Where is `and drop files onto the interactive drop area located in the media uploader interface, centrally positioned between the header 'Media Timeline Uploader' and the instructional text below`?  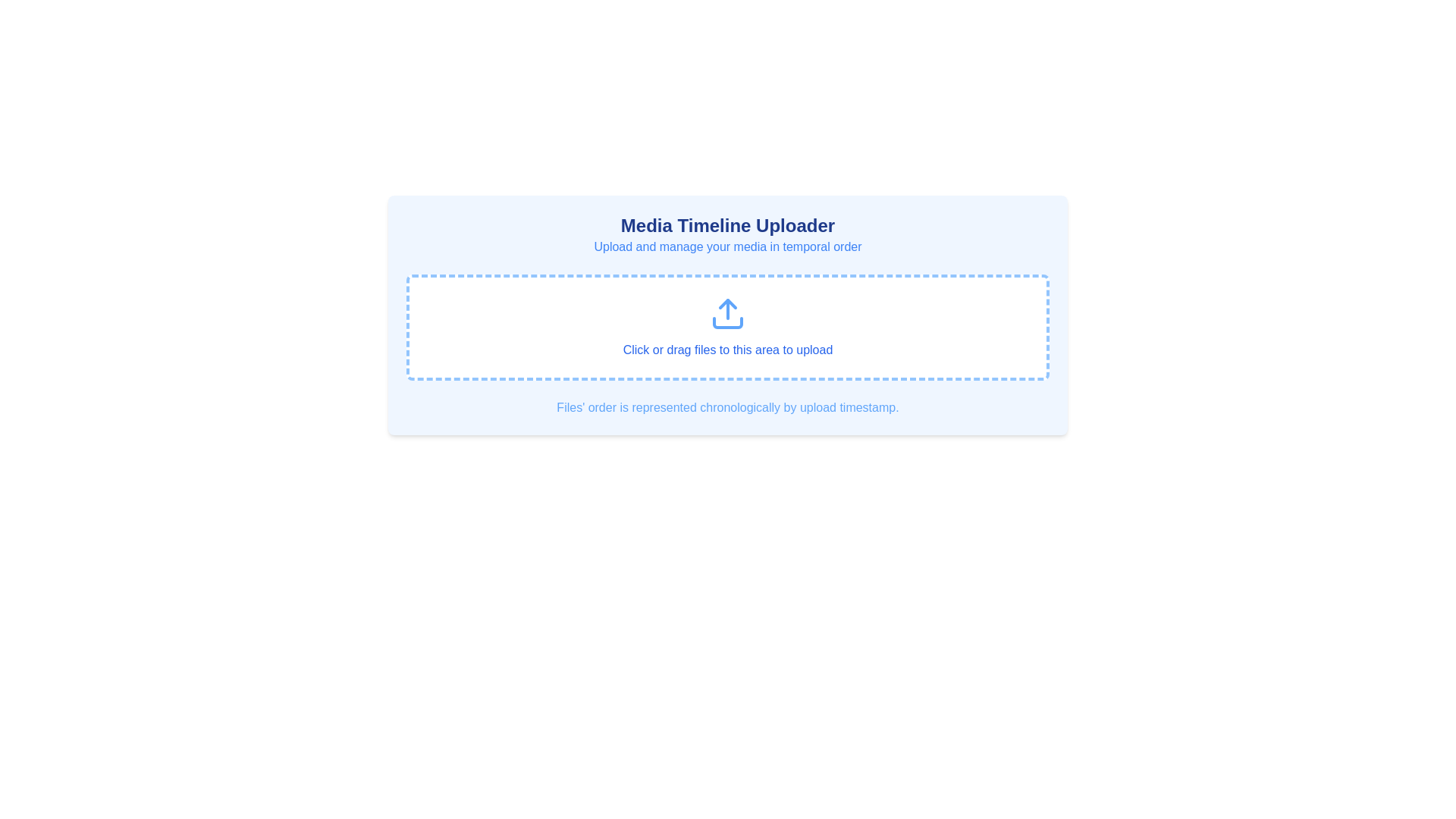 and drop files onto the interactive drop area located in the media uploader interface, centrally positioned between the header 'Media Timeline Uploader' and the instructional text below is located at coordinates (728, 327).